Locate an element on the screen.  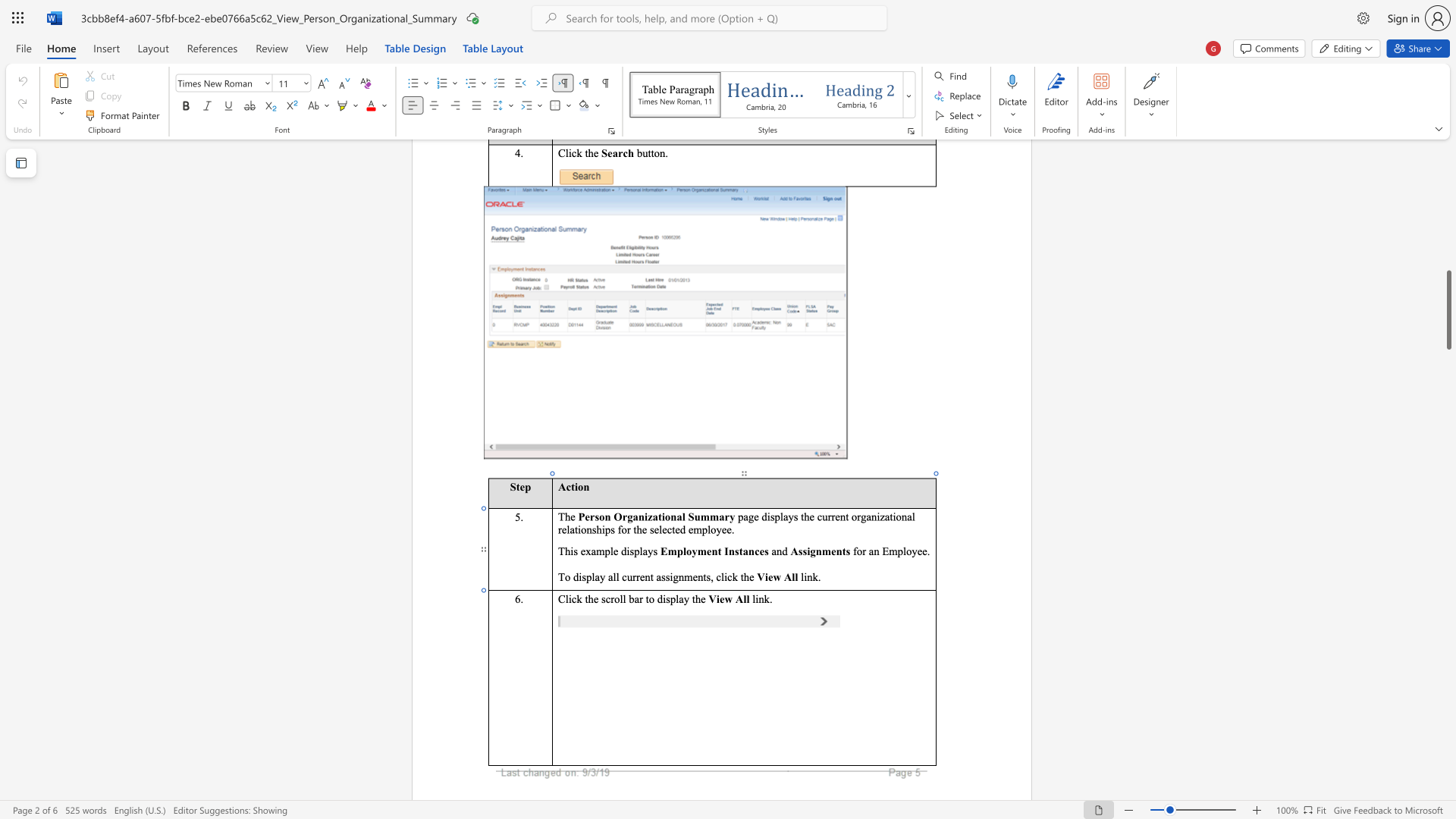
the 1th character "r" in the text is located at coordinates (612, 598).